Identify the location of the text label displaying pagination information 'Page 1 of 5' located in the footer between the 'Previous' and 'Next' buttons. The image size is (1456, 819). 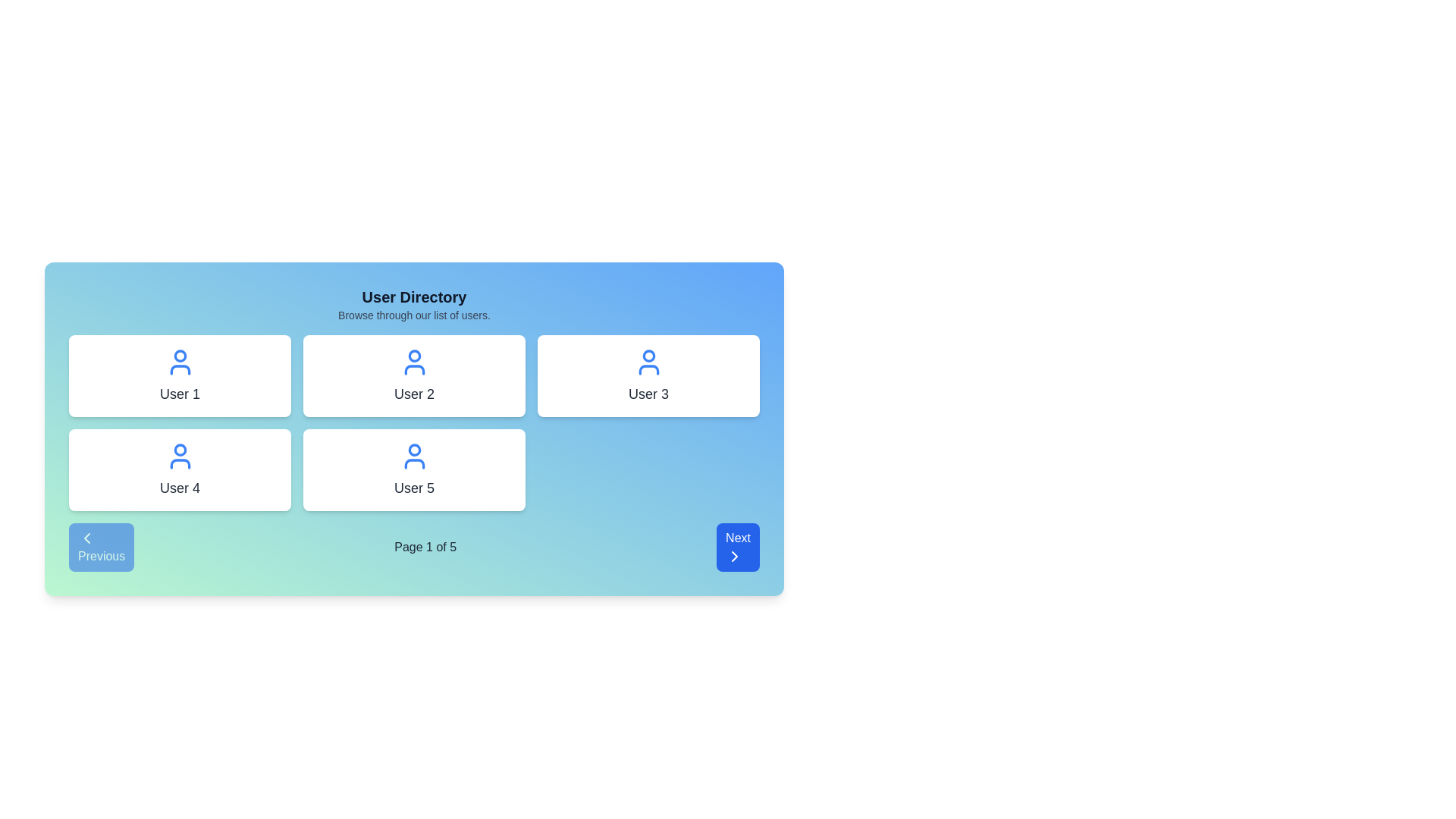
(425, 547).